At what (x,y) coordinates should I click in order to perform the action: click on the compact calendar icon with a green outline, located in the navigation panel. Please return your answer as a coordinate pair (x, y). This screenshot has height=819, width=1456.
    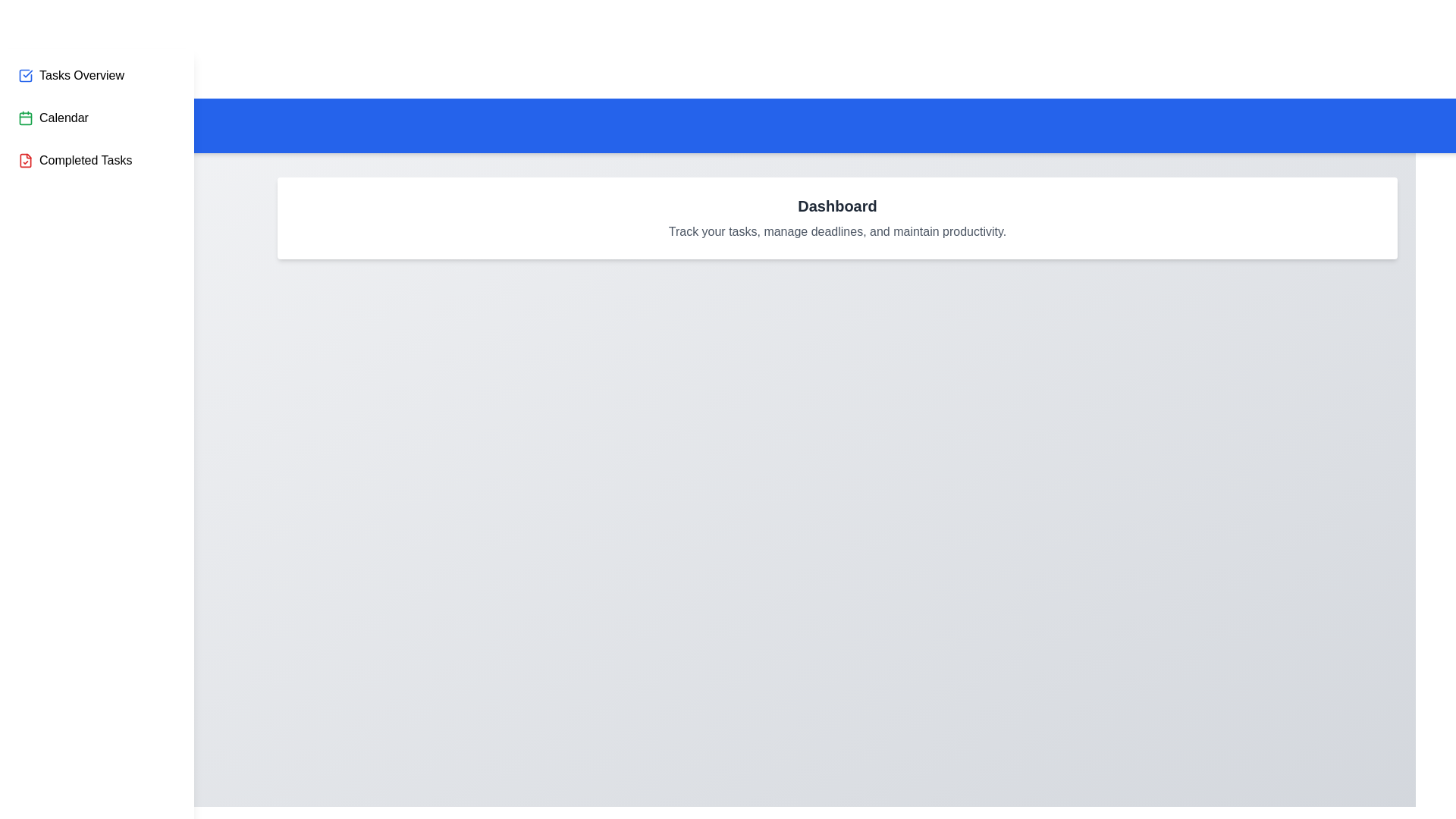
    Looking at the image, I should click on (25, 117).